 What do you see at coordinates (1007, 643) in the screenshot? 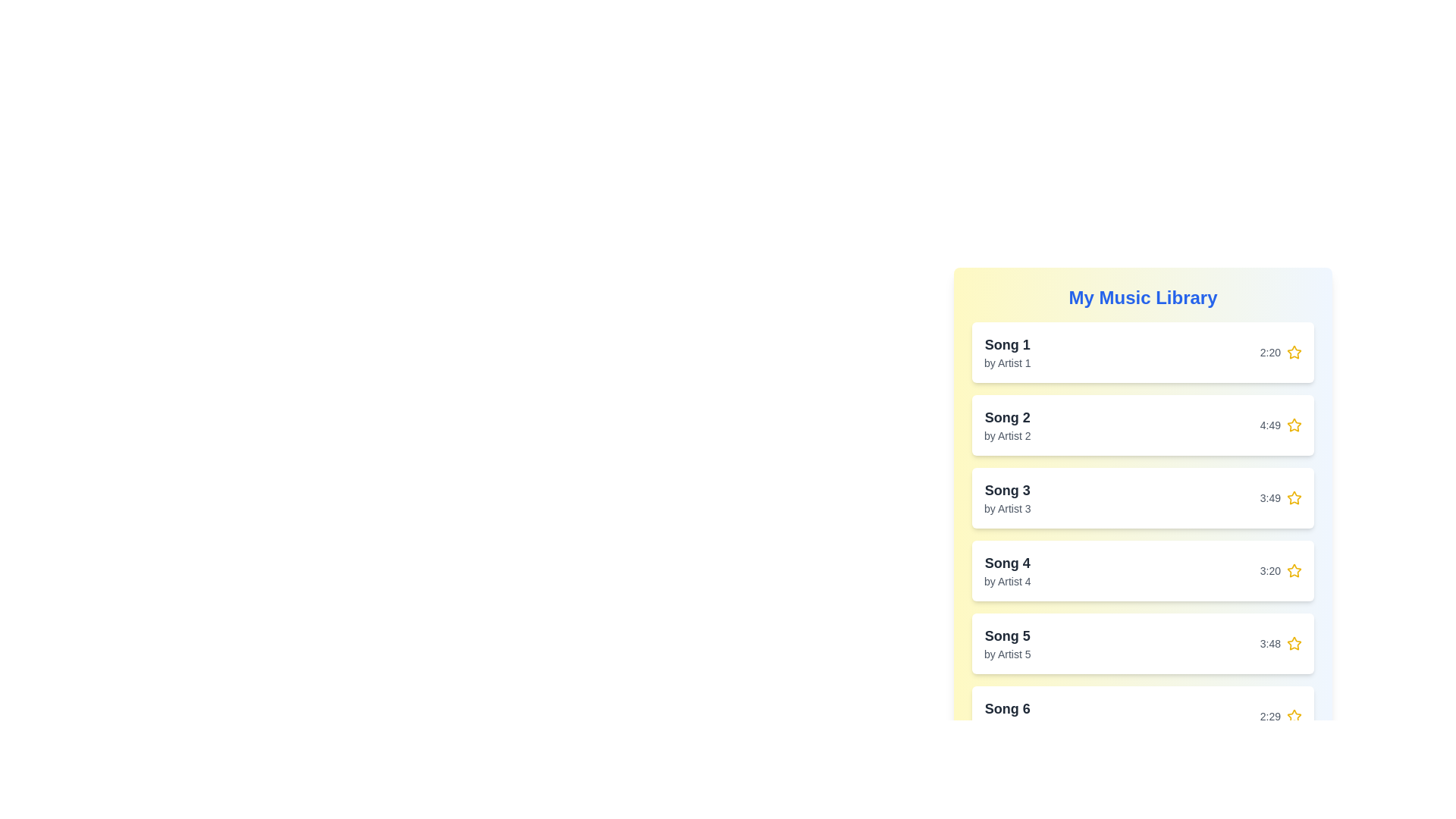
I see `the text block displaying 'Song 5' and 'by Artist 5', which is located in the fifth position of a vertically stacked list card` at bounding box center [1007, 643].